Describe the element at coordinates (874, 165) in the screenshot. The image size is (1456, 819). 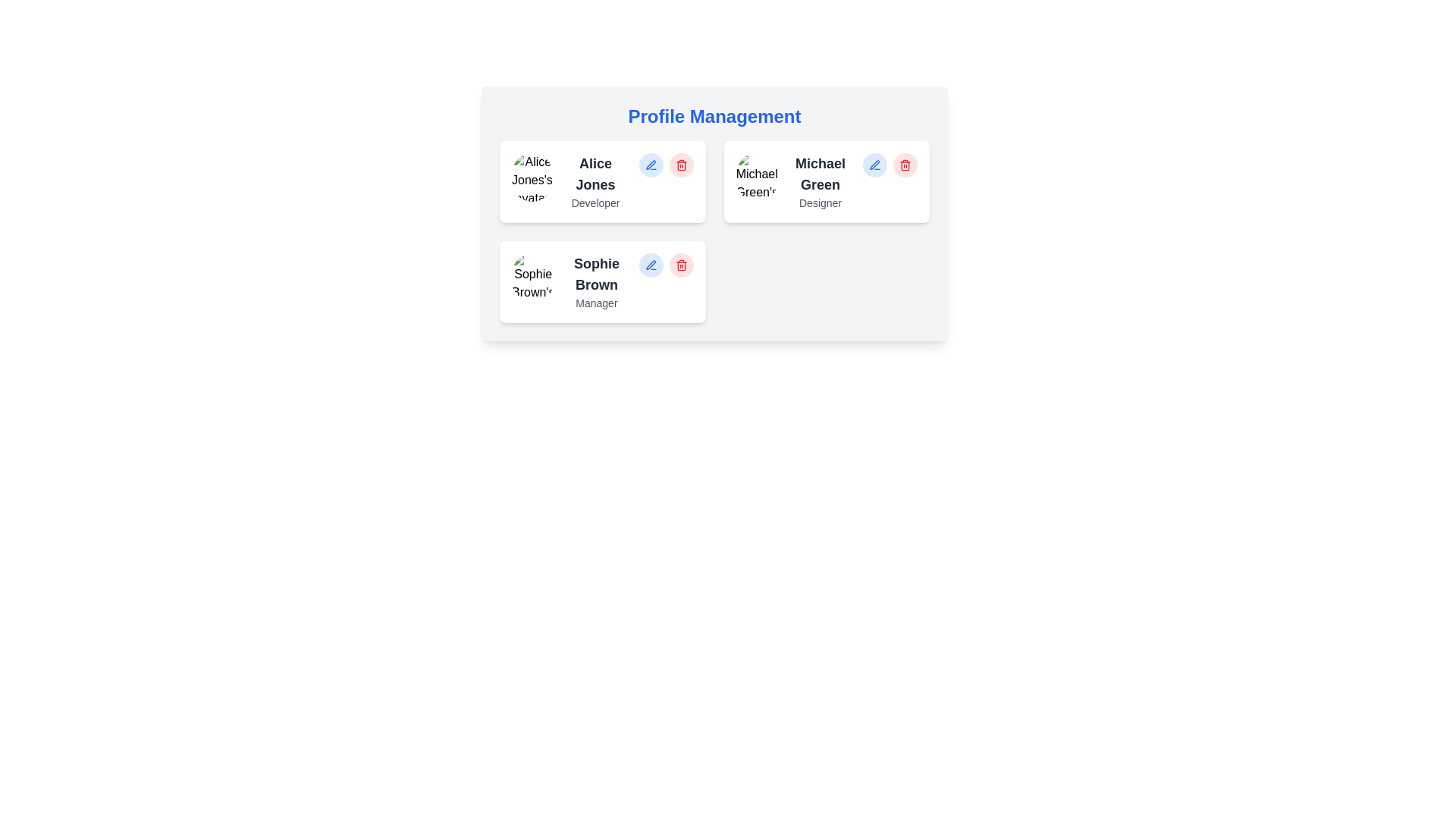
I see `the circular button with a light blue background and a pencil icon located within Michael Green's card to initiate an edit operation` at that location.